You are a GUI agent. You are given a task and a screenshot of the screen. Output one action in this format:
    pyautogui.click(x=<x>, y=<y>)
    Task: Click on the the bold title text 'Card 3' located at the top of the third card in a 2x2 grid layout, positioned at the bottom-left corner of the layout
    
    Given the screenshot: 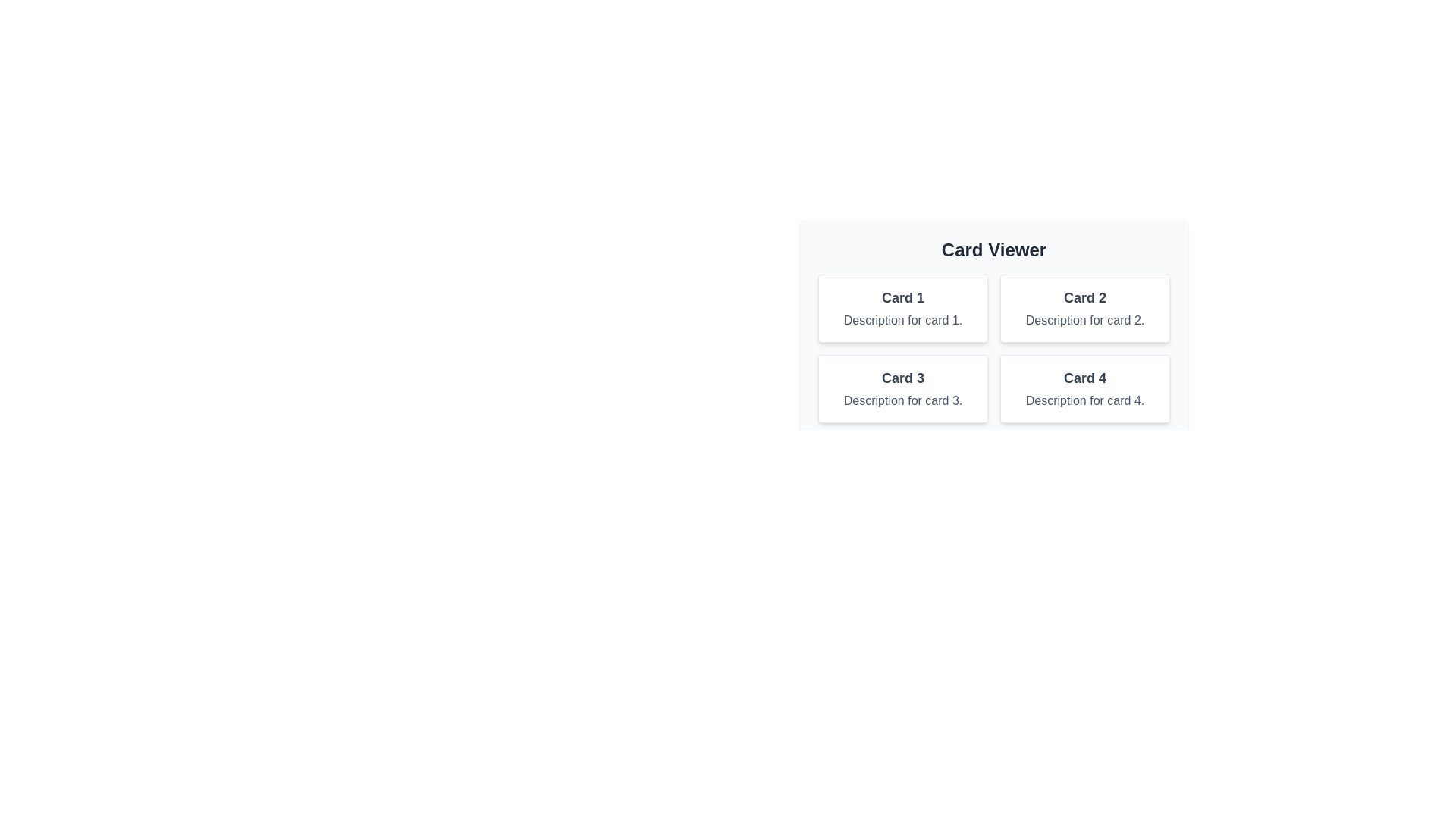 What is the action you would take?
    pyautogui.click(x=902, y=377)
    